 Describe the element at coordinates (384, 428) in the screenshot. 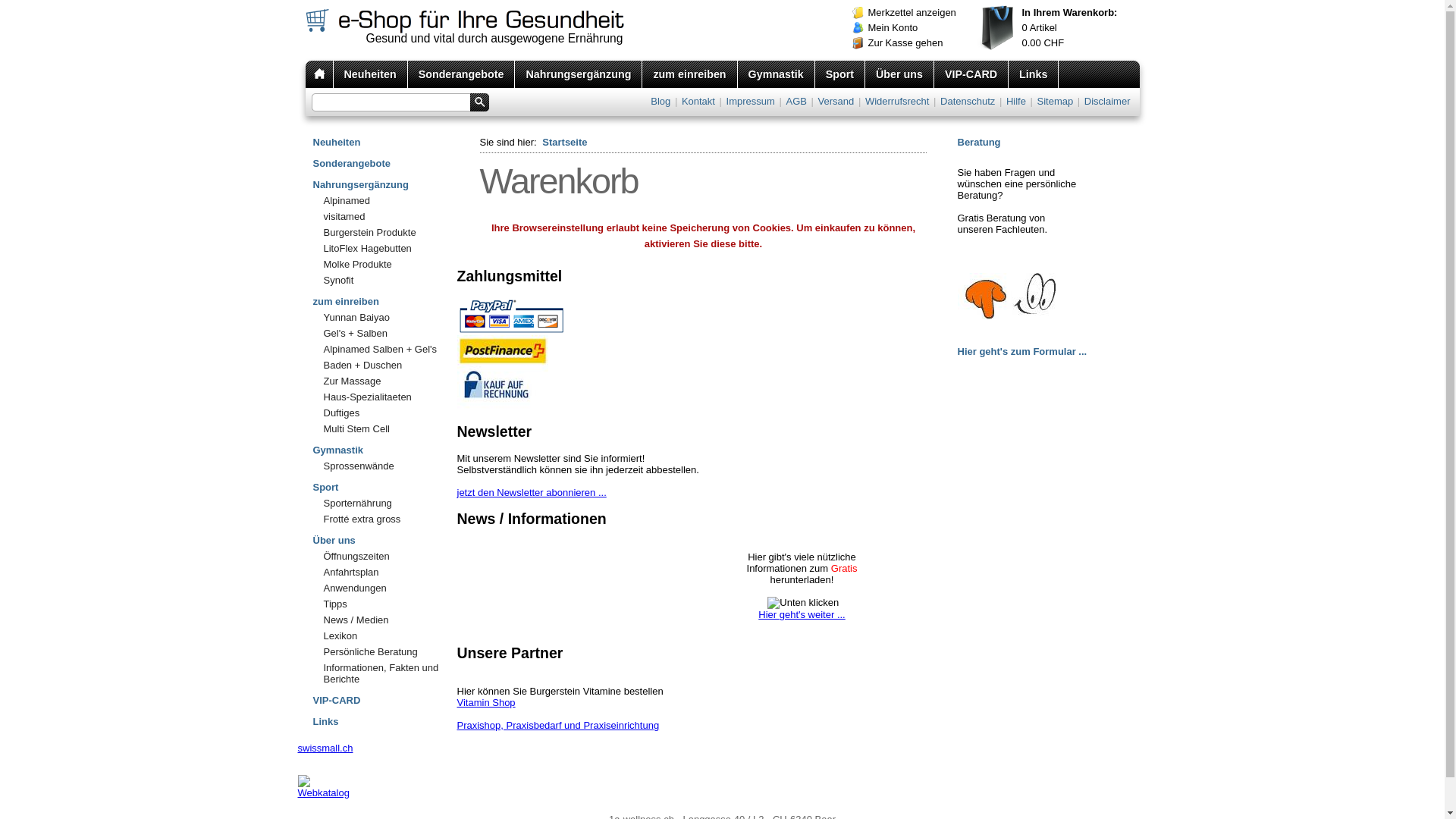

I see `'Multi Stem Cell'` at that location.